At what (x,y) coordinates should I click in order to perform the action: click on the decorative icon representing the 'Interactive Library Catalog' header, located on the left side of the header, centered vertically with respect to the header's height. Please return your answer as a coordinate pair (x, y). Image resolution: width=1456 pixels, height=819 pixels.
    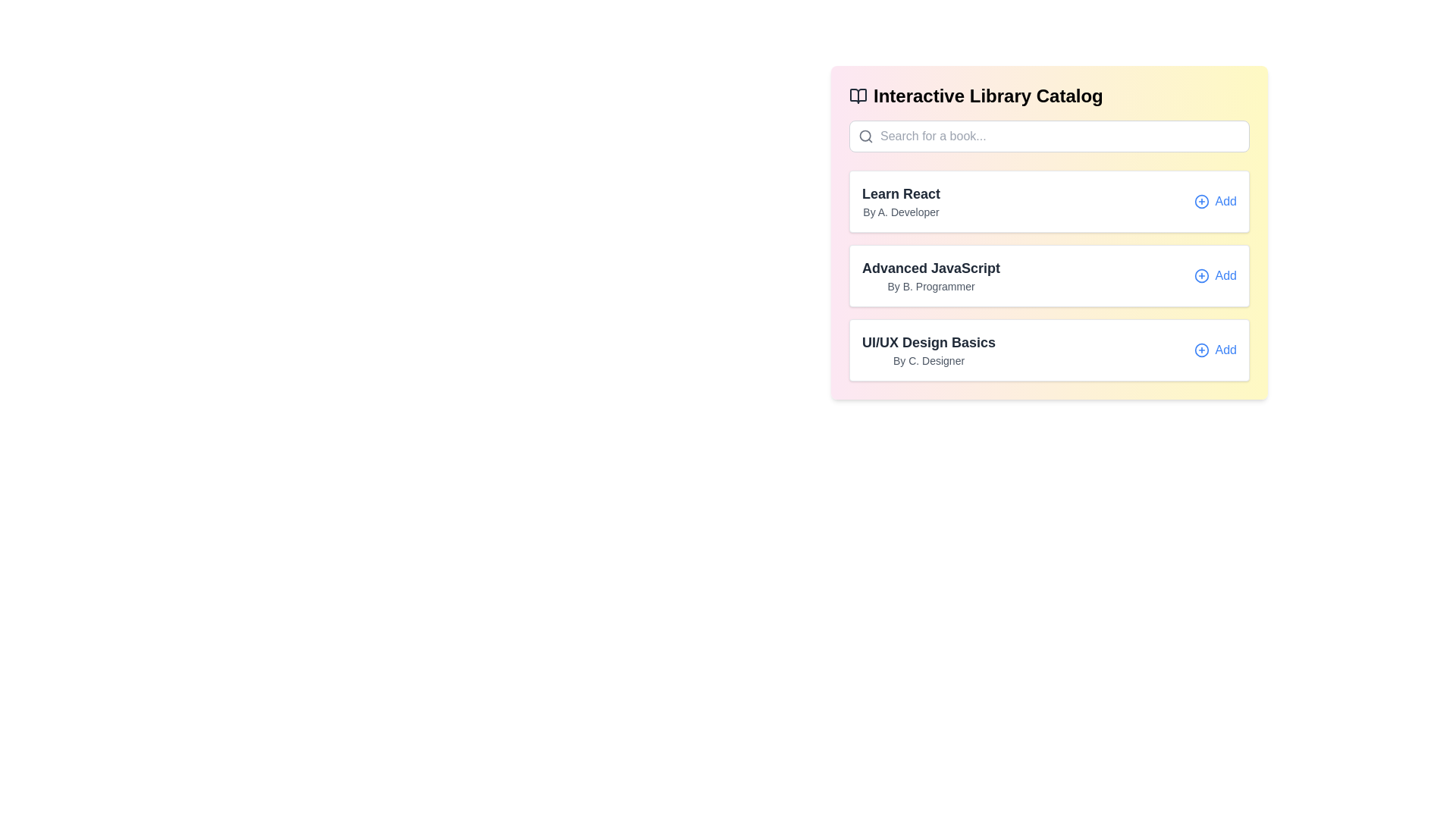
    Looking at the image, I should click on (858, 96).